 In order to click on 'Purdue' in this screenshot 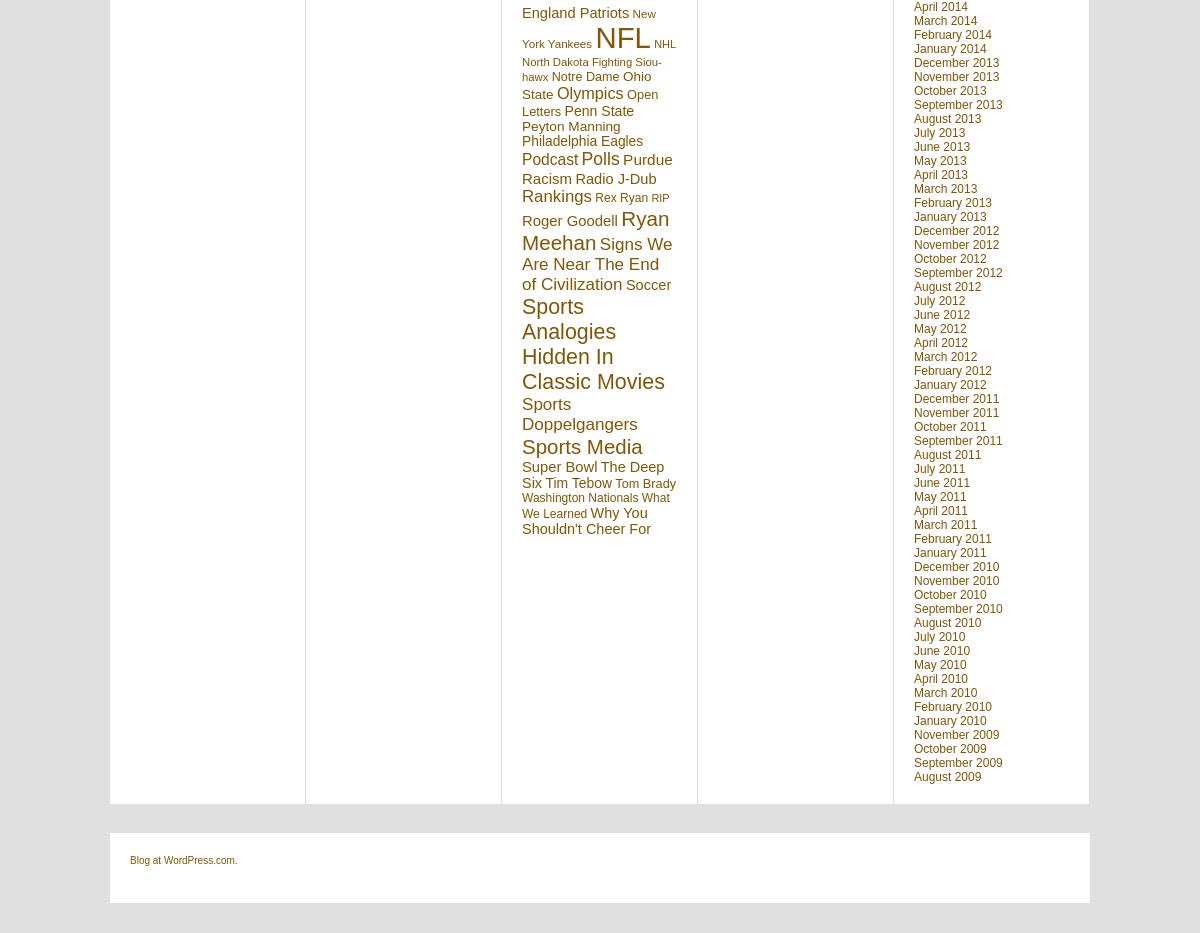, I will do `click(647, 158)`.